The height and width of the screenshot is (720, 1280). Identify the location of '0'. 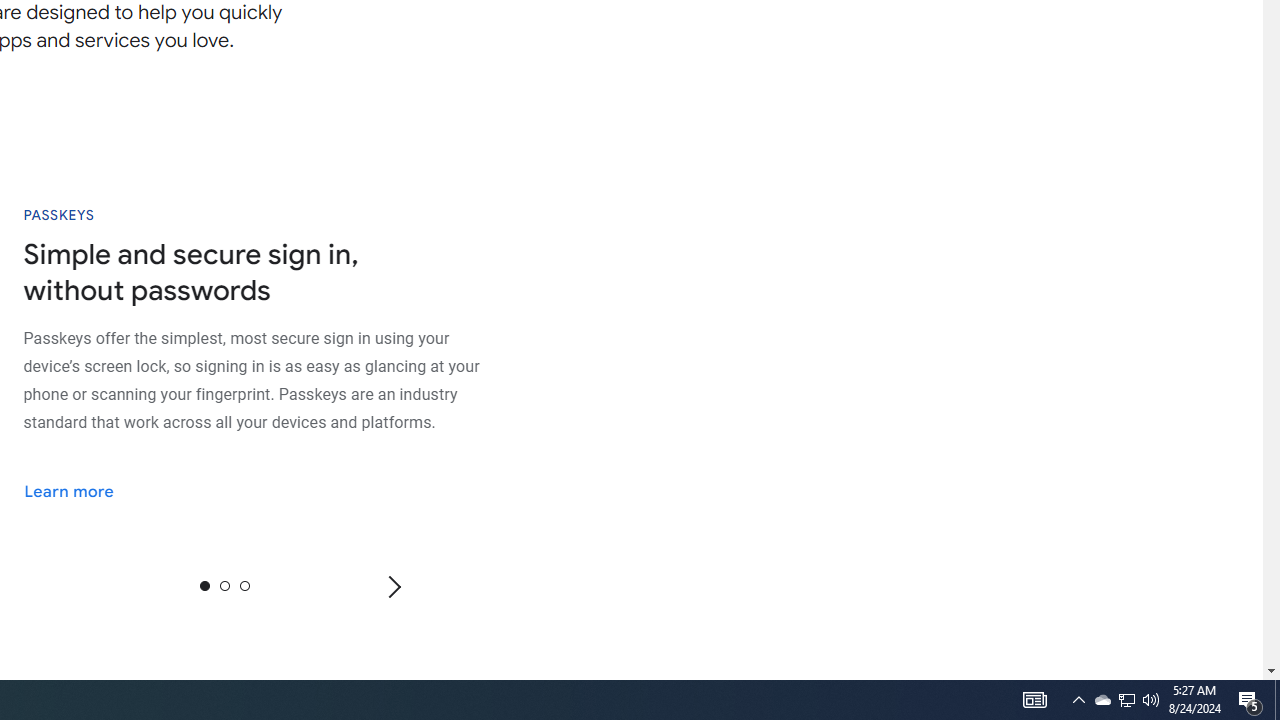
(204, 585).